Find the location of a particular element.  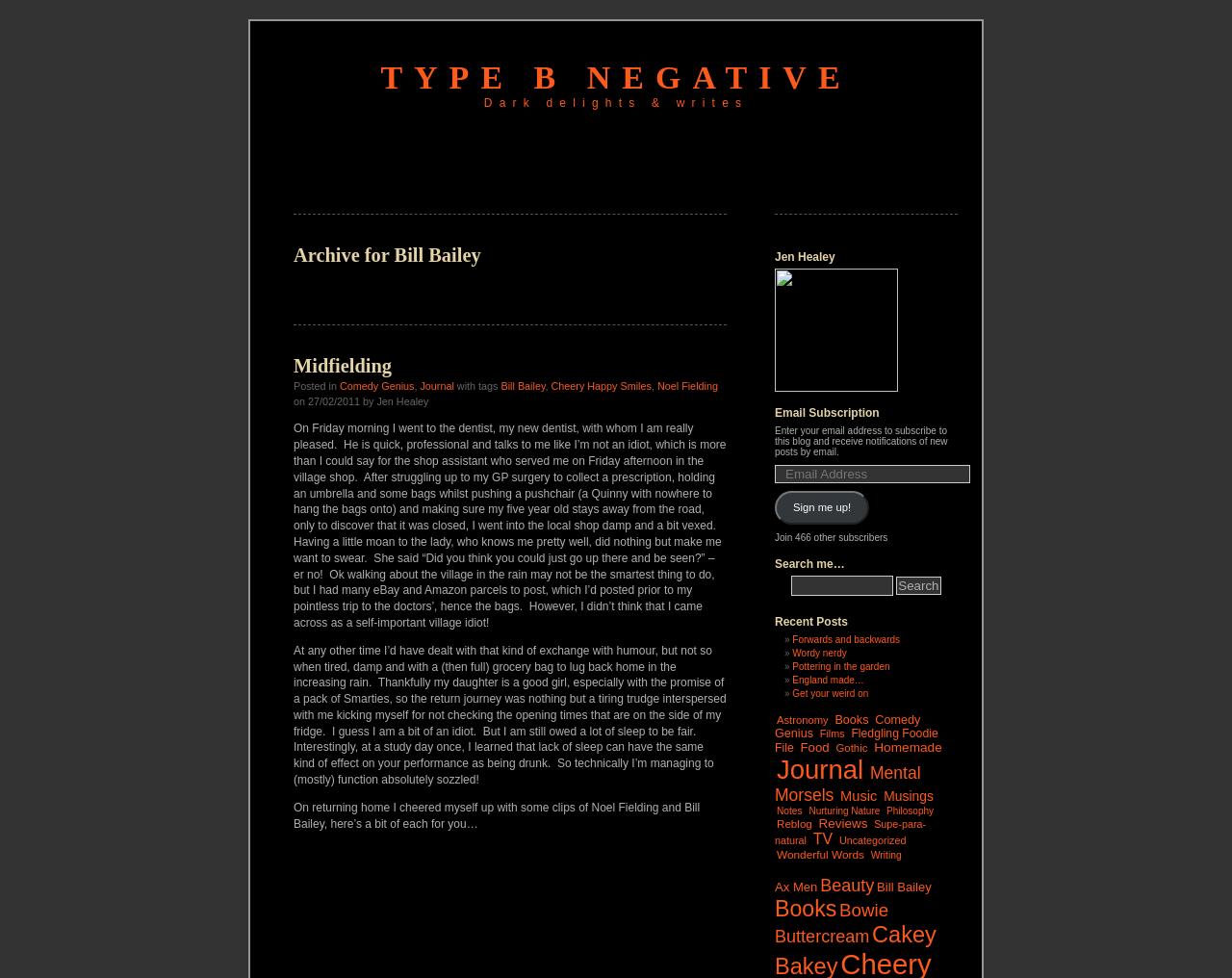

'Astronomy' is located at coordinates (802, 718).